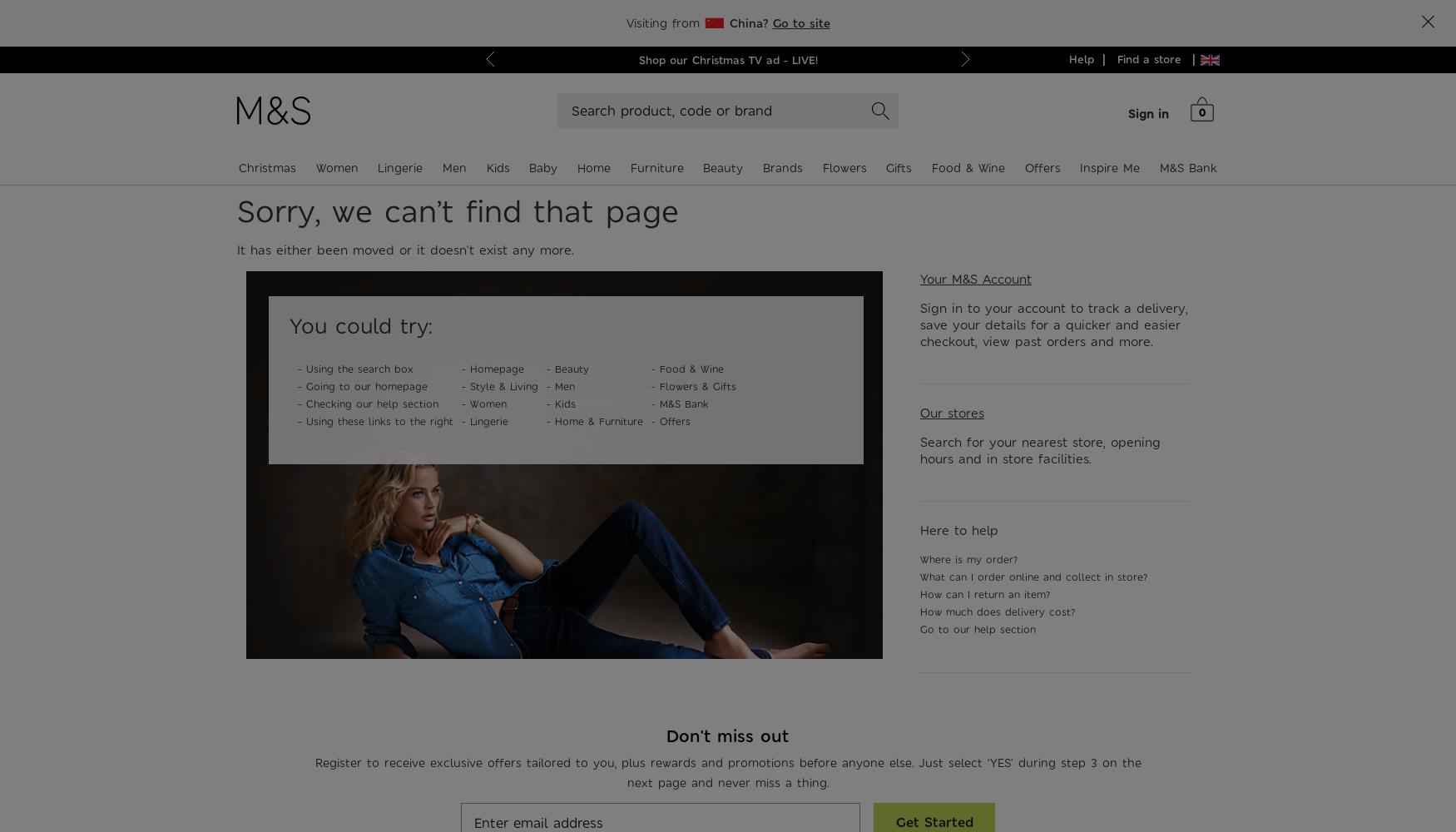  I want to click on 'Go to site', so click(800, 23).